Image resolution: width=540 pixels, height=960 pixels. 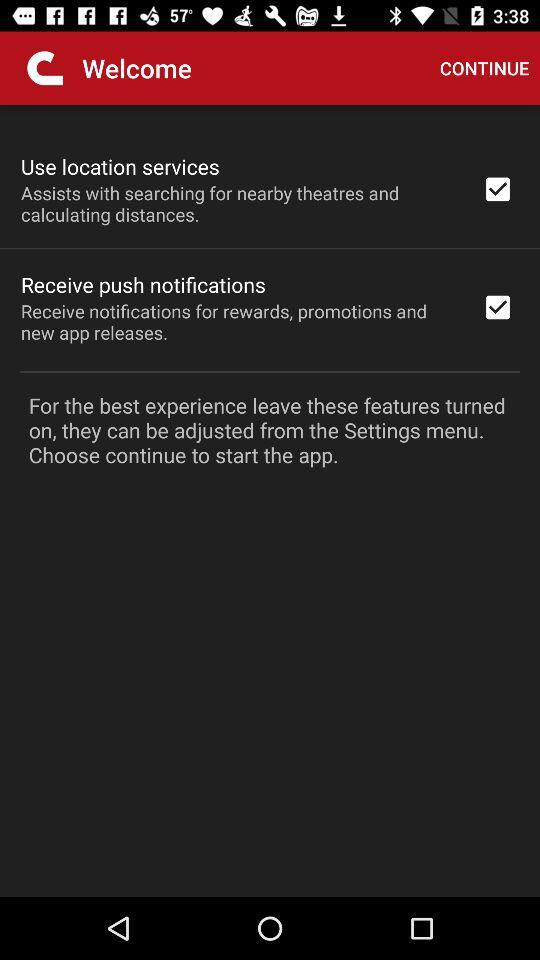 What do you see at coordinates (120, 165) in the screenshot?
I see `icon above assists with searching item` at bounding box center [120, 165].